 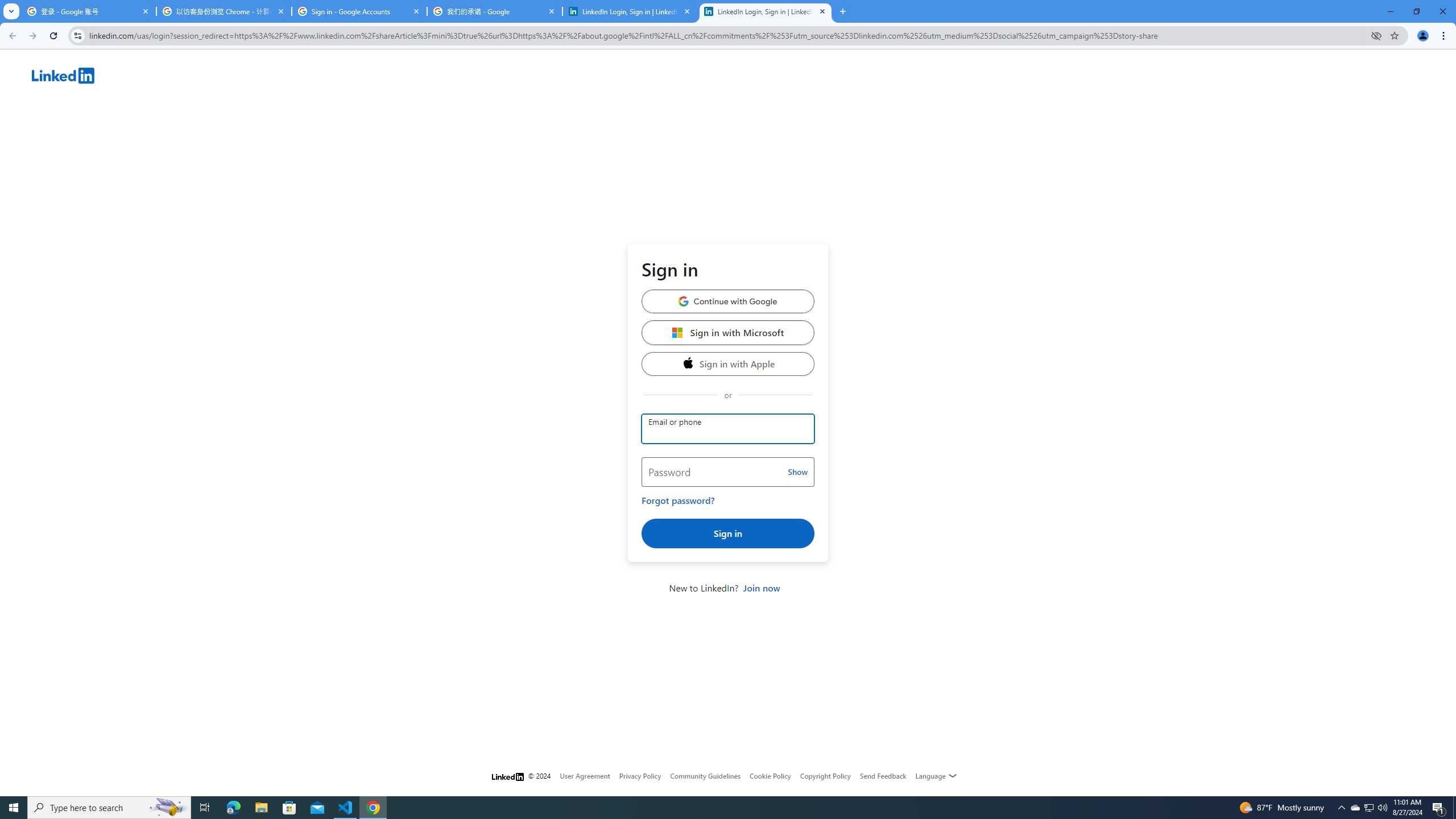 What do you see at coordinates (728, 300) in the screenshot?
I see `'Continue with Google'` at bounding box center [728, 300].